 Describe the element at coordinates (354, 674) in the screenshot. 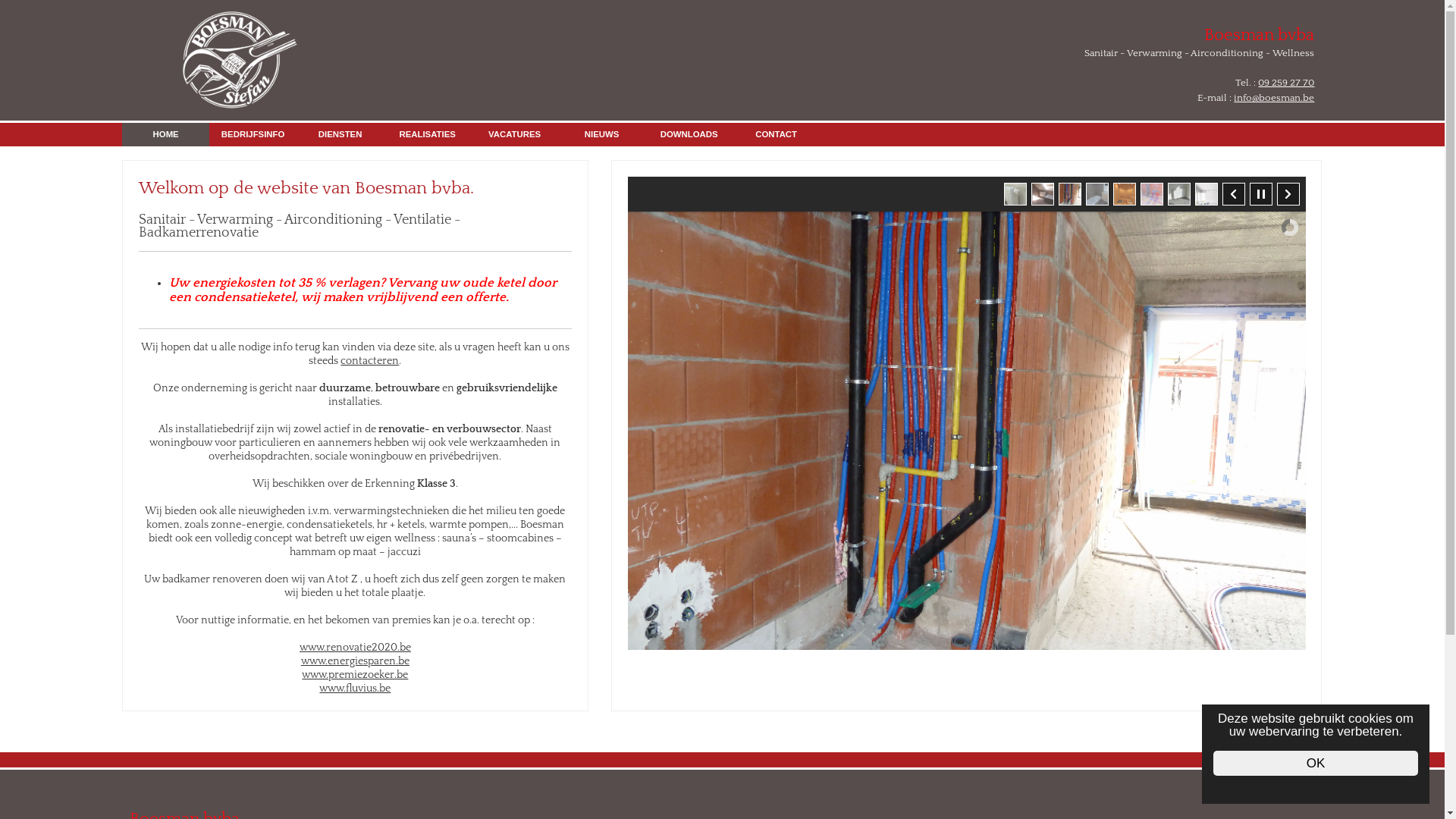

I see `'www.premiezoeker.be'` at that location.